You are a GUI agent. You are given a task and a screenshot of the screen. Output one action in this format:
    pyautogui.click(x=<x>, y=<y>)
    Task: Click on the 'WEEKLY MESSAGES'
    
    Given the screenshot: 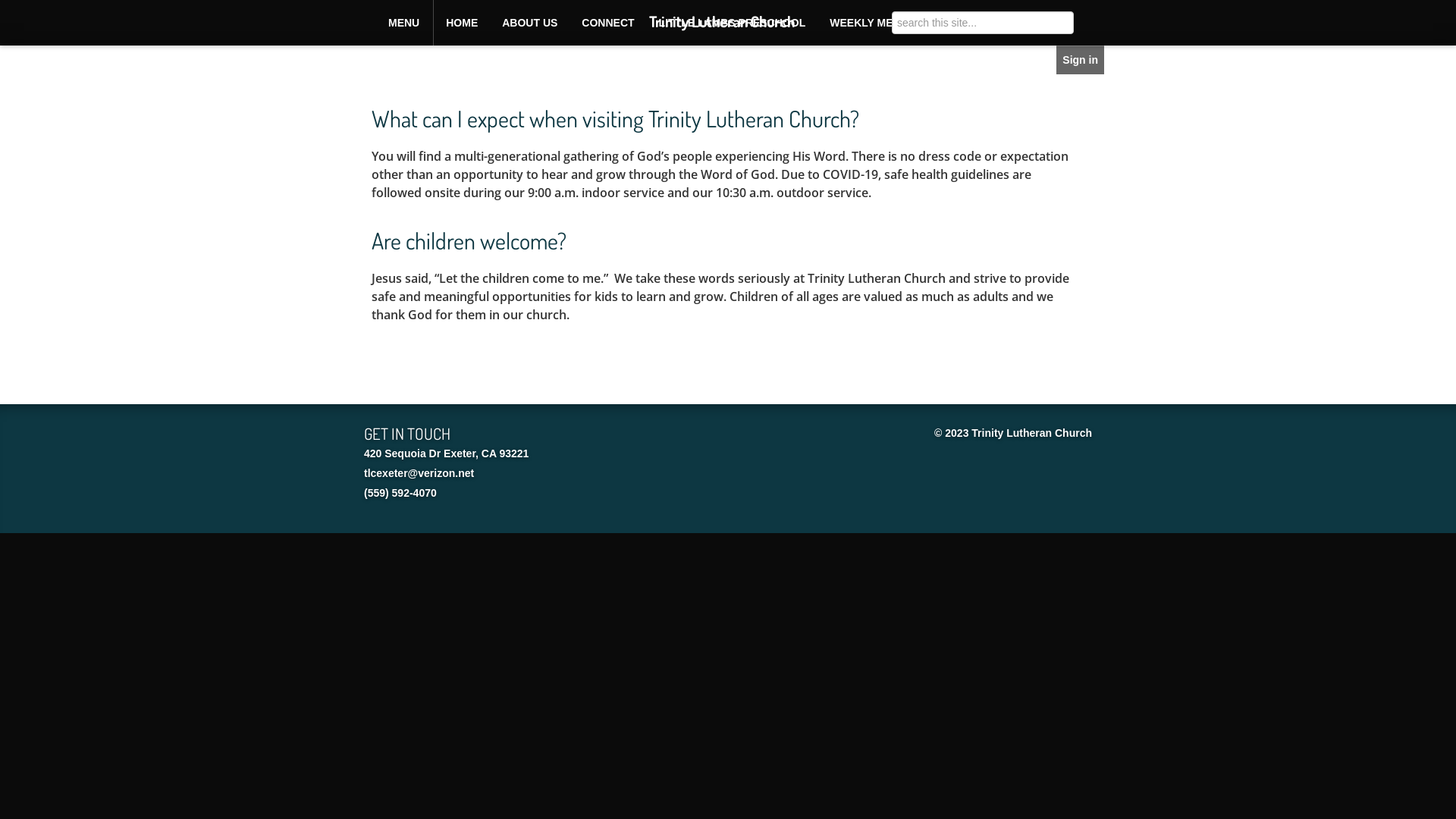 What is the action you would take?
    pyautogui.click(x=883, y=23)
    